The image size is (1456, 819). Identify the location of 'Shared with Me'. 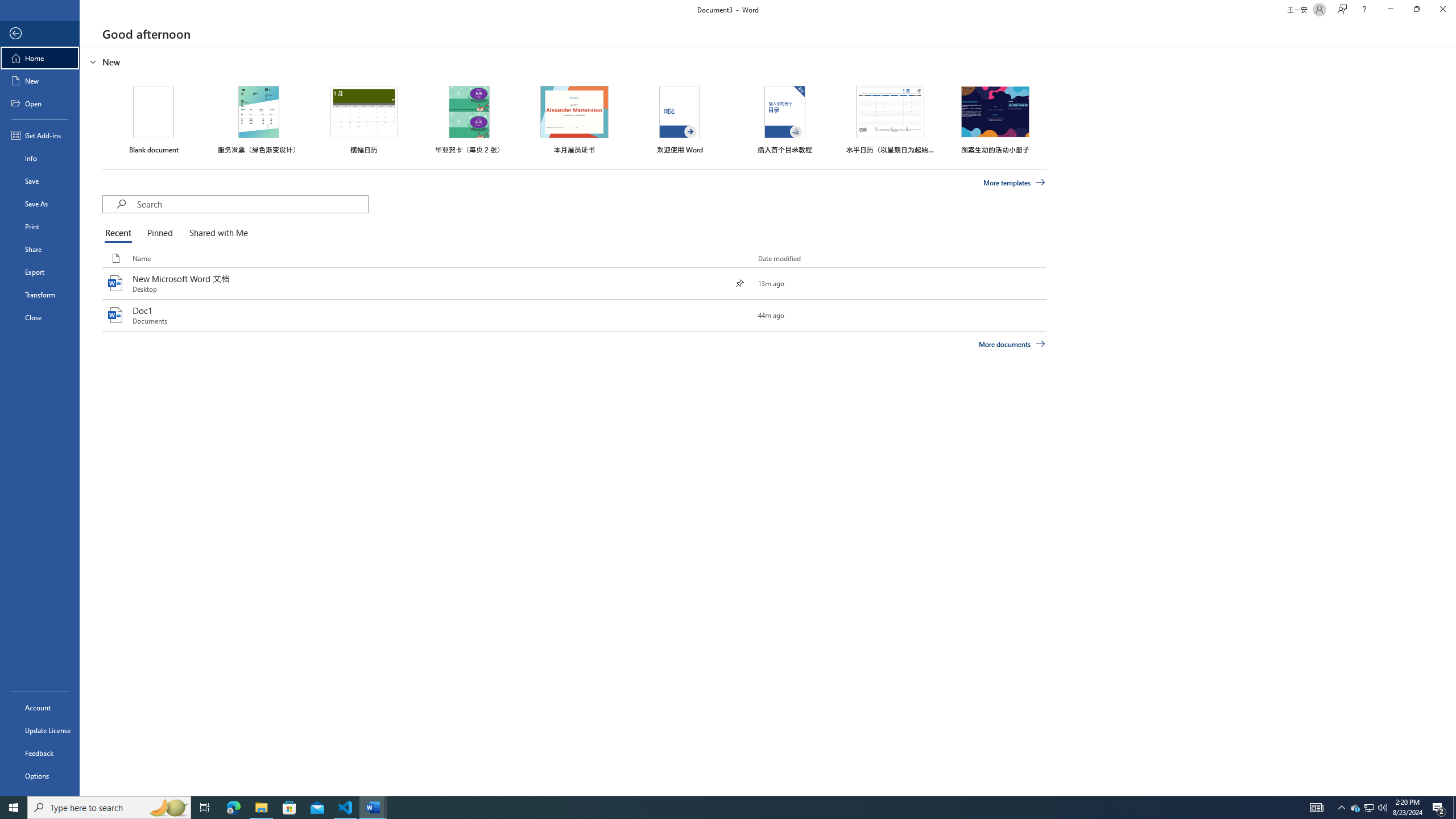
(216, 233).